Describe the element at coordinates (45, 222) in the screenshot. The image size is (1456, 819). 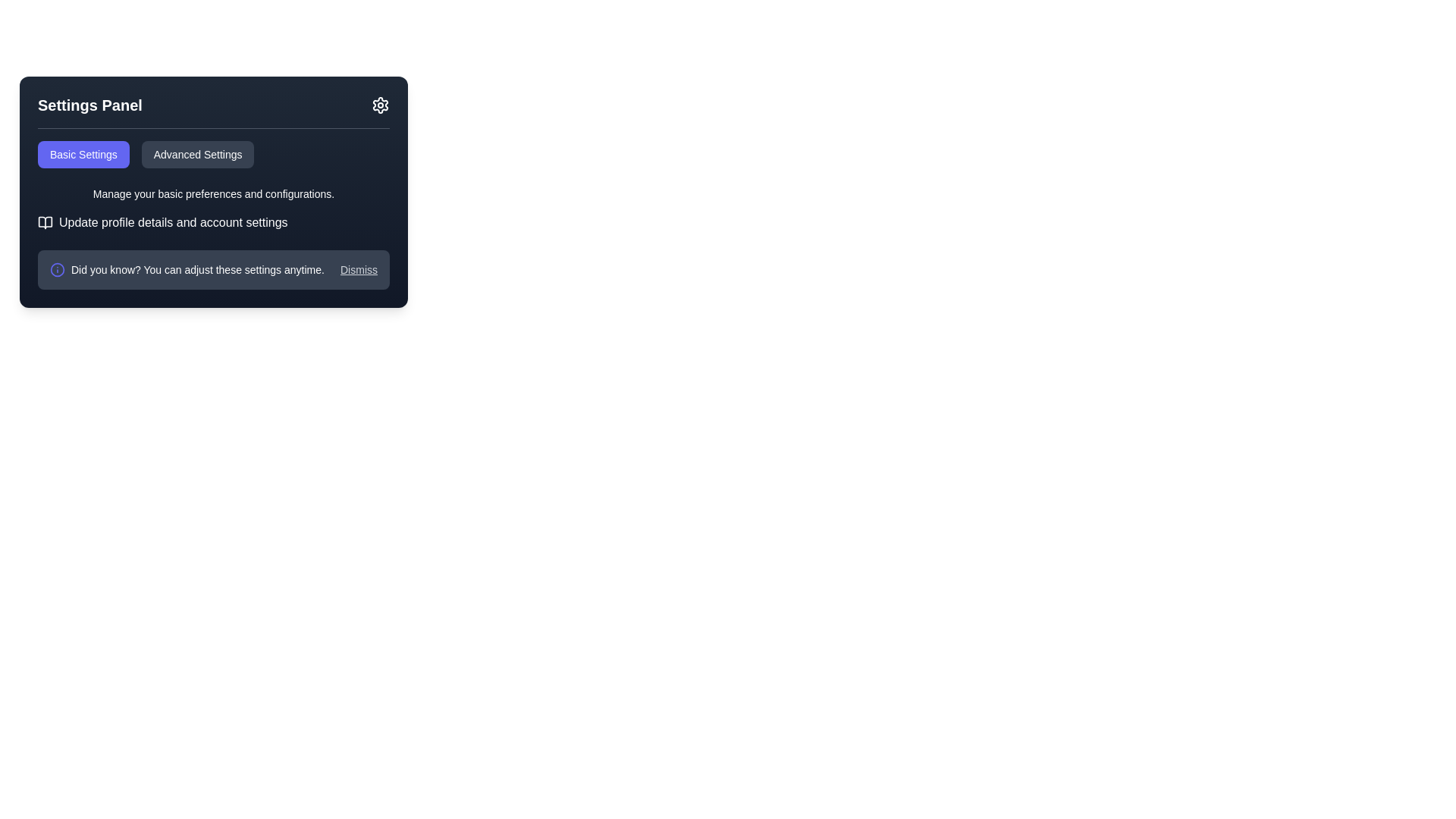
I see `the open book icon, which is styled in black and represents information or documentation, located towards the left side of the interface above the text for updating profile details` at that location.